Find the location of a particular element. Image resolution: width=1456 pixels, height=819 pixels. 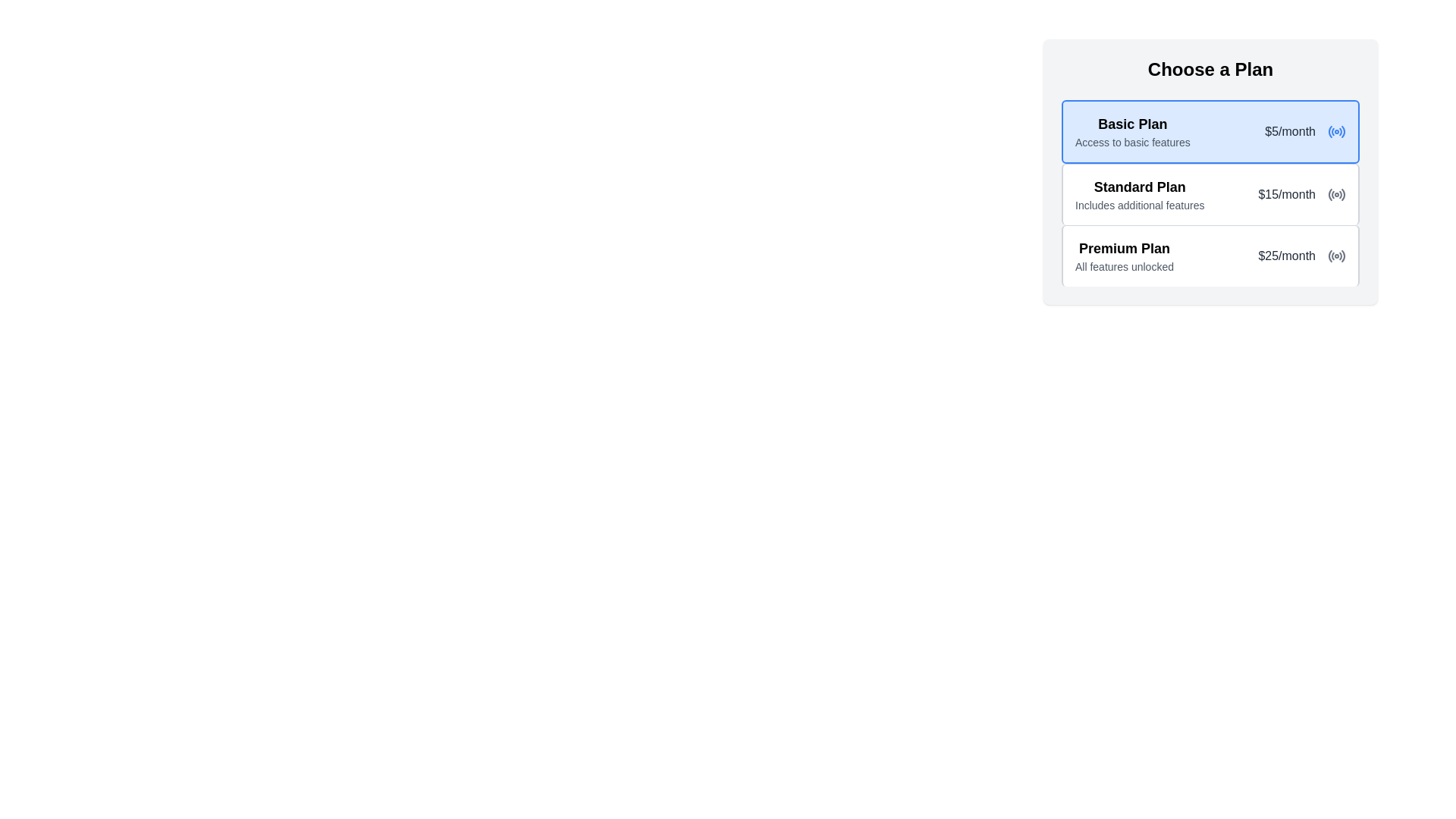

the second arc element of the radio button icon, which is part of a scalable vector graphic (SVG) in the top-right section of the interface is located at coordinates (1332, 130).